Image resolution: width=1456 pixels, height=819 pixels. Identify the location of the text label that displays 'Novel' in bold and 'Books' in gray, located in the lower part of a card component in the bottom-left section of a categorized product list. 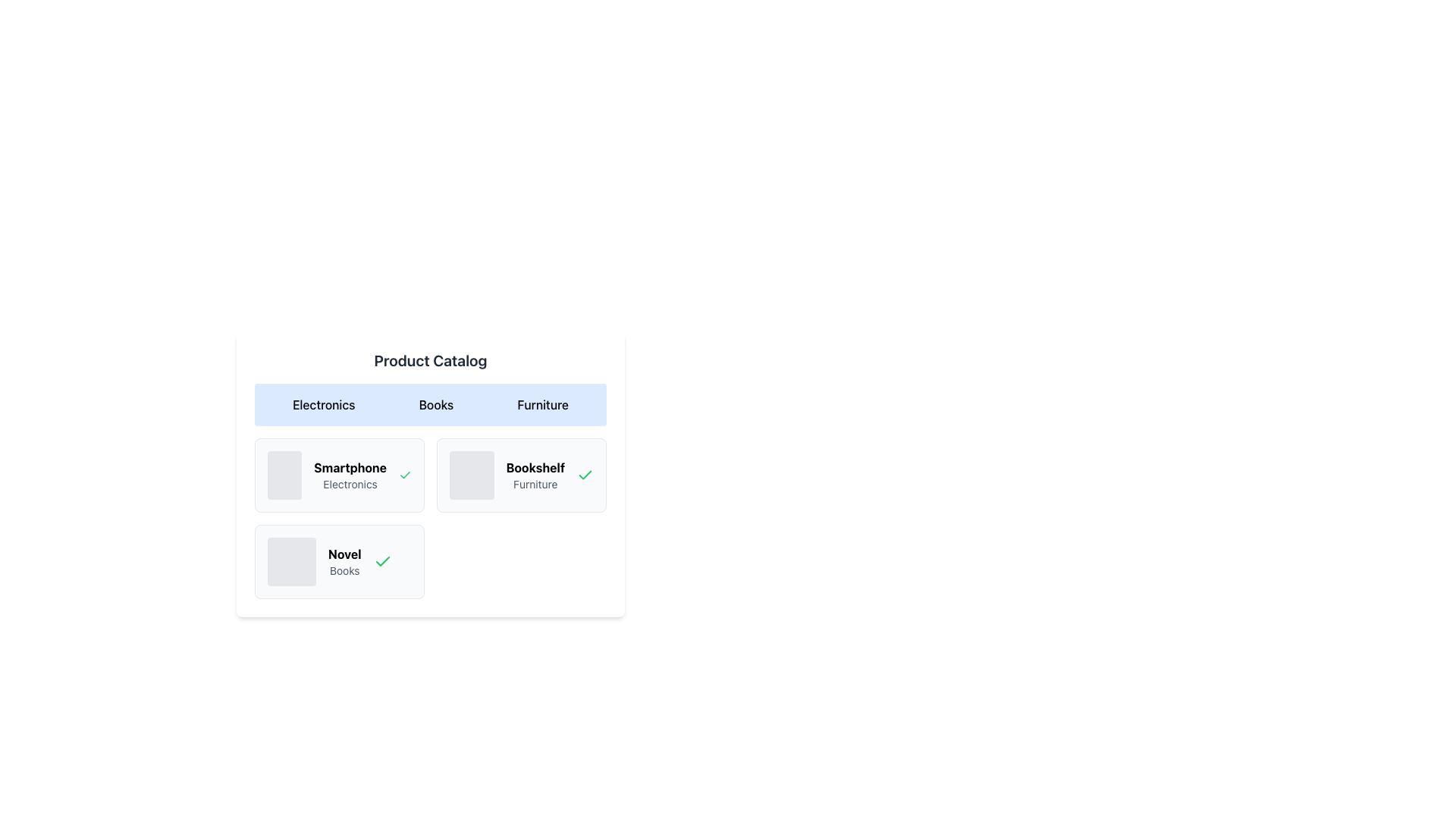
(344, 561).